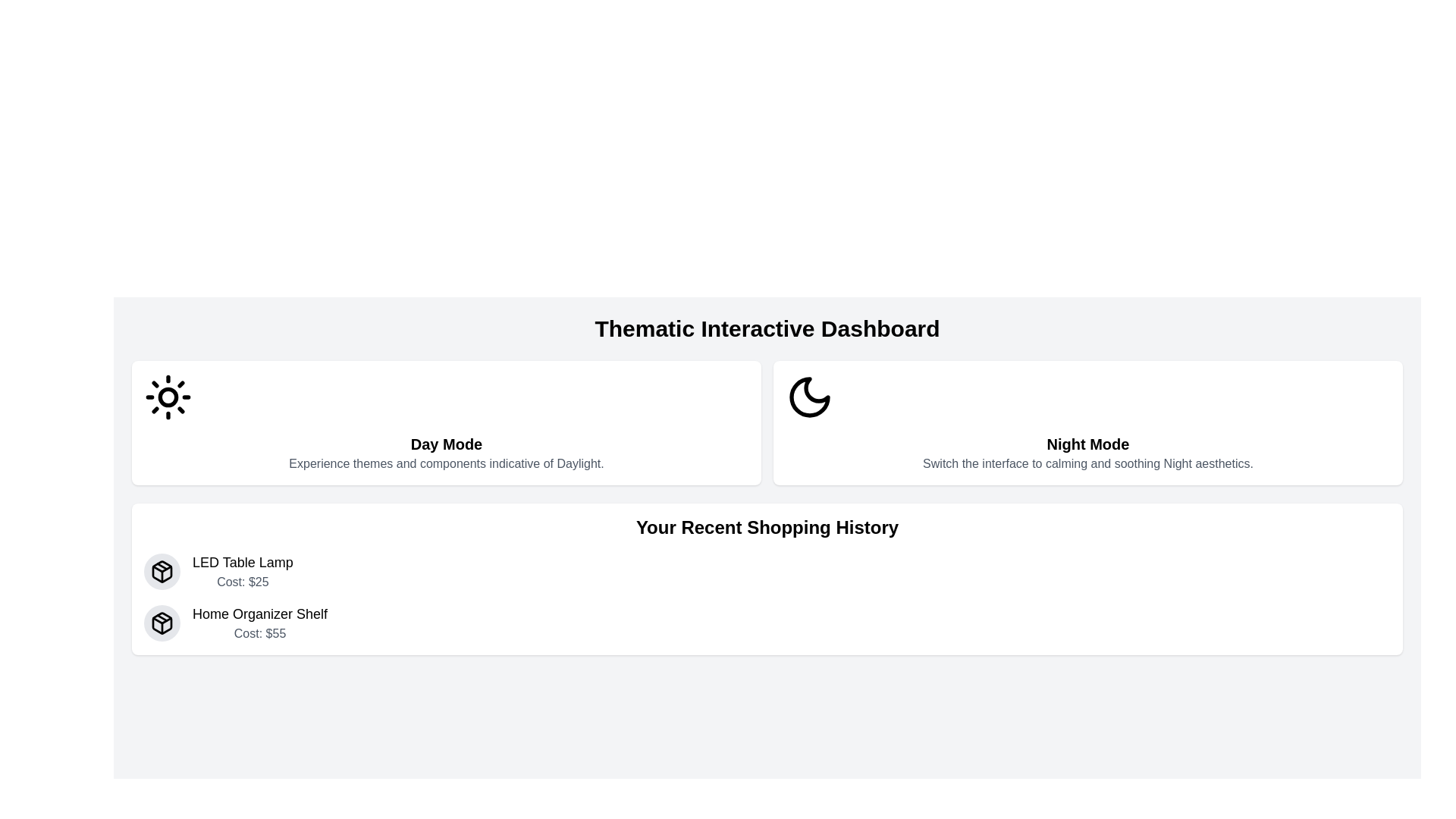 The height and width of the screenshot is (819, 1456). What do you see at coordinates (1087, 463) in the screenshot?
I see `text label styled in gray that says 'Switch the interface to calming and soothing Night aesthetics.' positioned below the 'Night Mode' title` at bounding box center [1087, 463].